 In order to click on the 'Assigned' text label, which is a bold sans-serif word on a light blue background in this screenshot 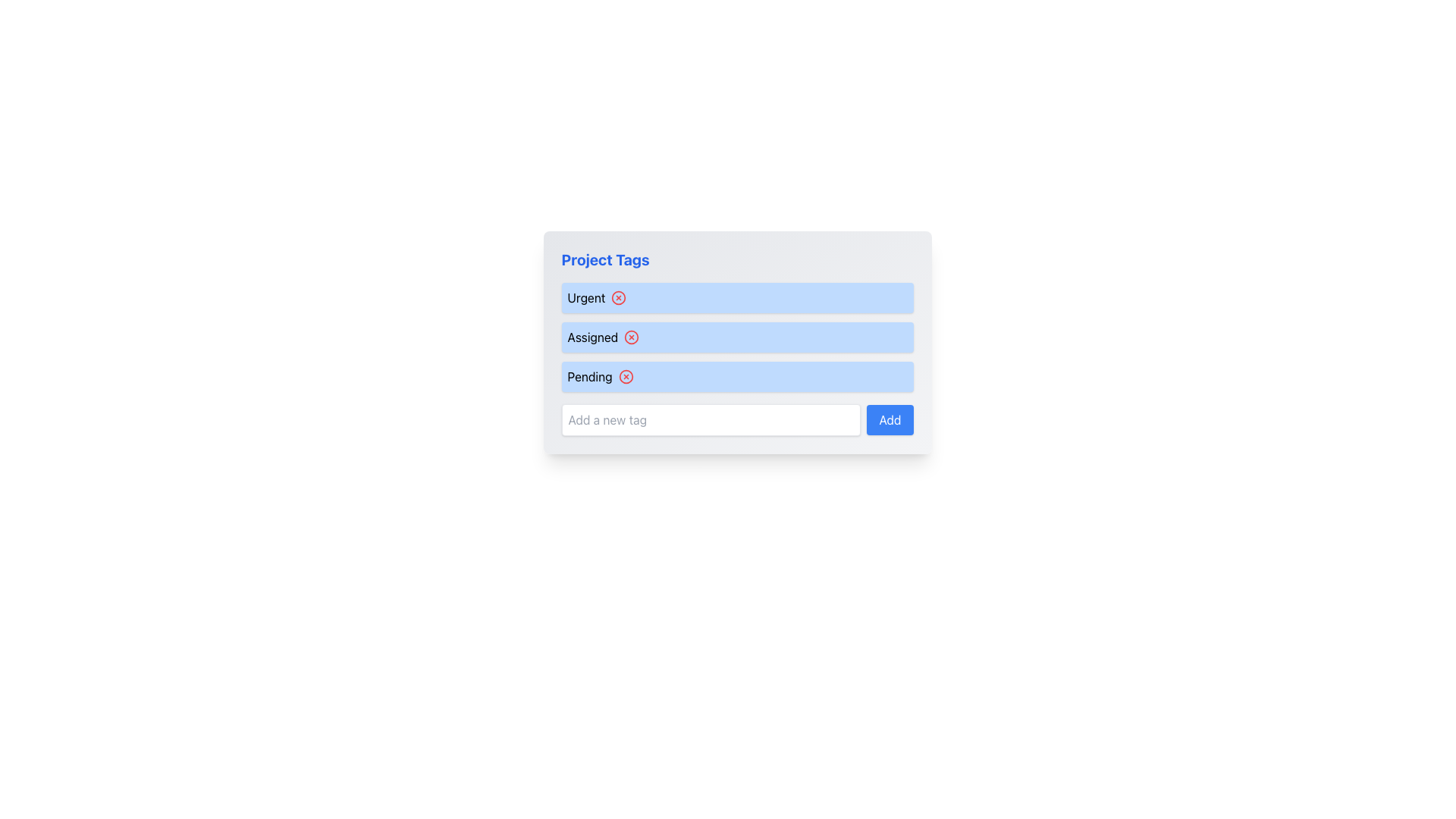, I will do `click(591, 336)`.